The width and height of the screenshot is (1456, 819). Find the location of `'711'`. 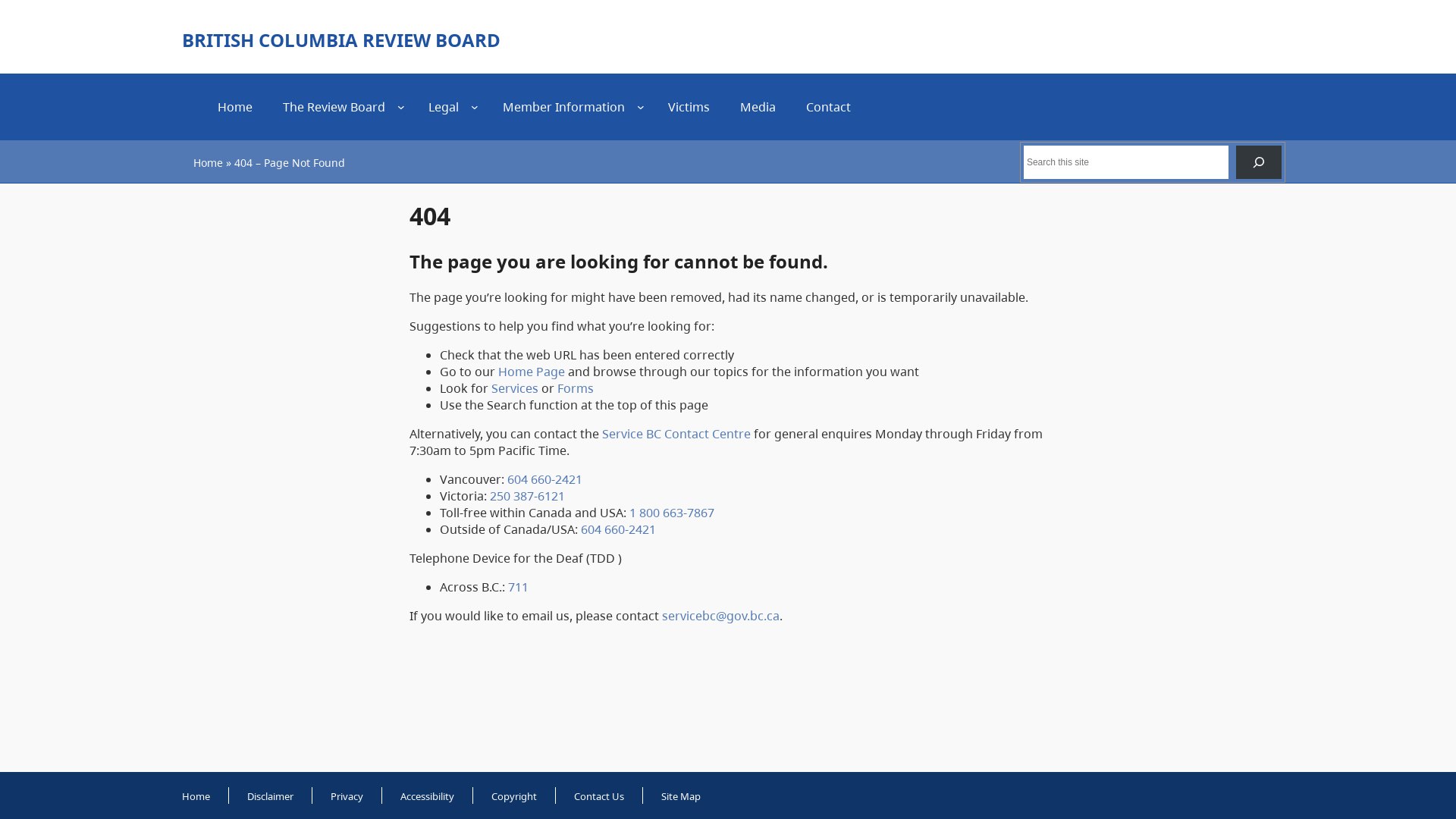

'711' is located at coordinates (518, 586).